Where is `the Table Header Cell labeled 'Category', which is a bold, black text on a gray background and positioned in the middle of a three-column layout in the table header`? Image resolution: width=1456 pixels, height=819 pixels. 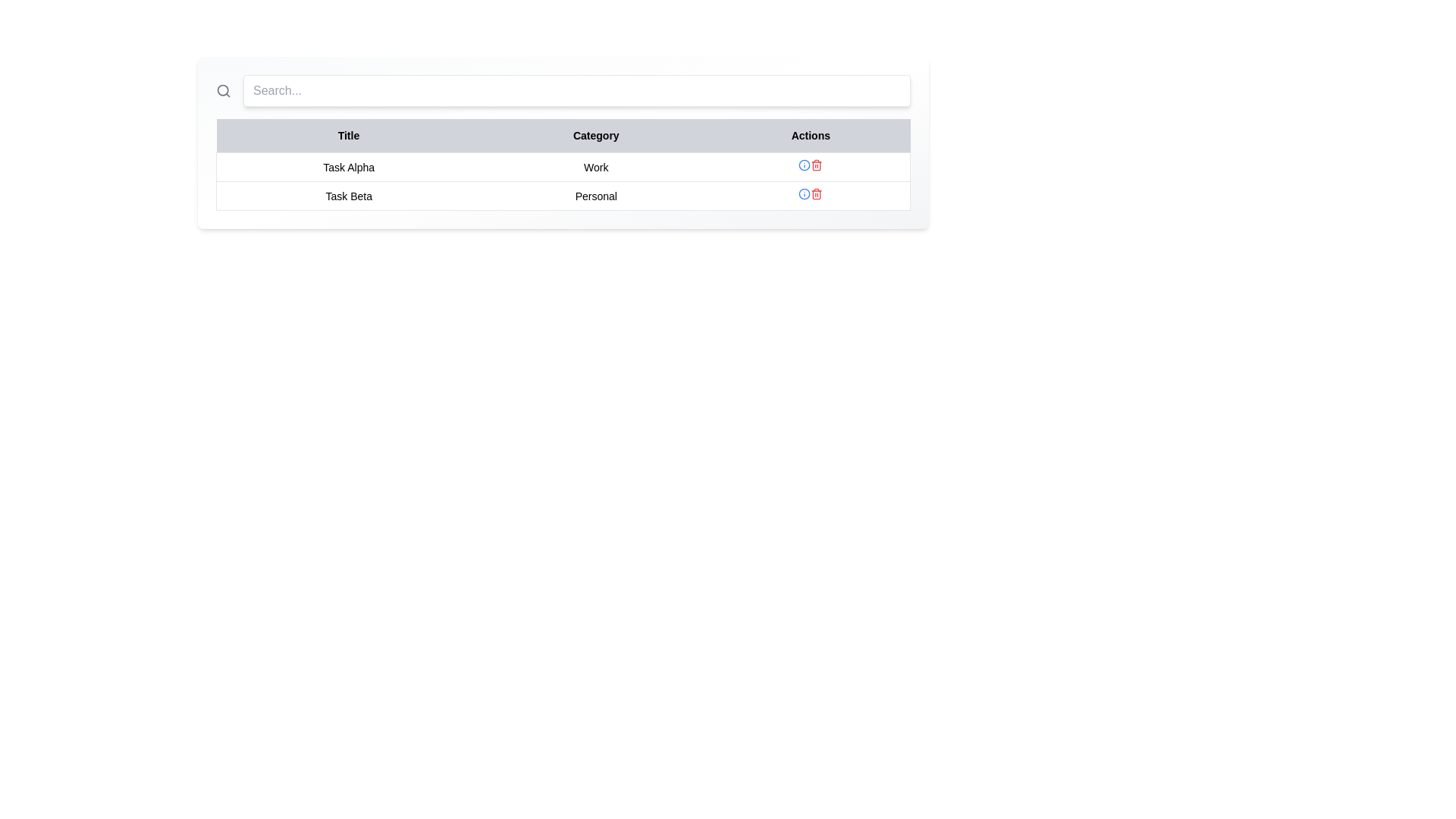
the Table Header Cell labeled 'Category', which is a bold, black text on a gray background and positioned in the middle of a three-column layout in the table header is located at coordinates (595, 135).